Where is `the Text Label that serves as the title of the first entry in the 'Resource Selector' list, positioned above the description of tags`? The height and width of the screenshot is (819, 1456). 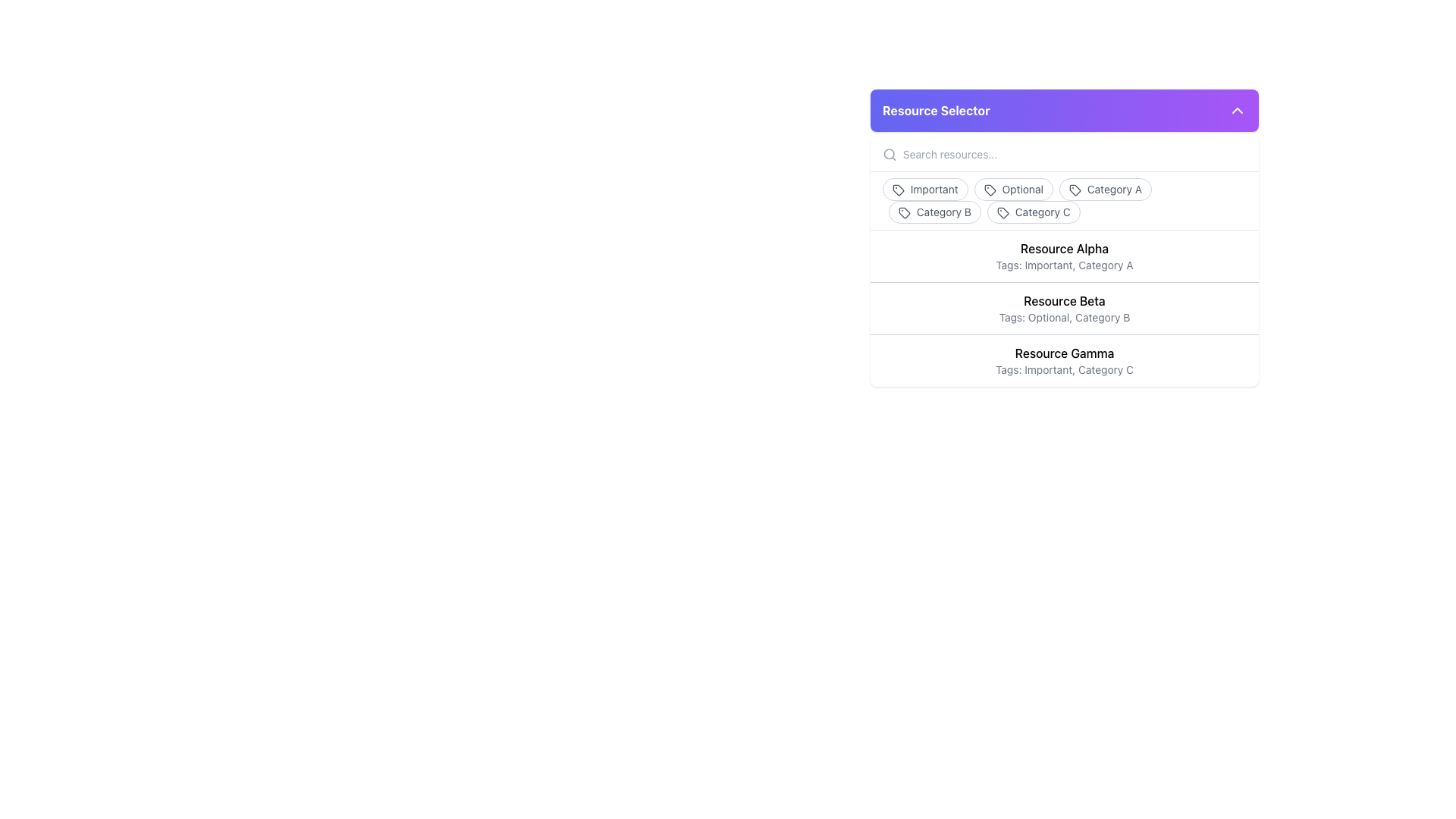
the Text Label that serves as the title of the first entry in the 'Resource Selector' list, positioned above the description of tags is located at coordinates (1063, 247).